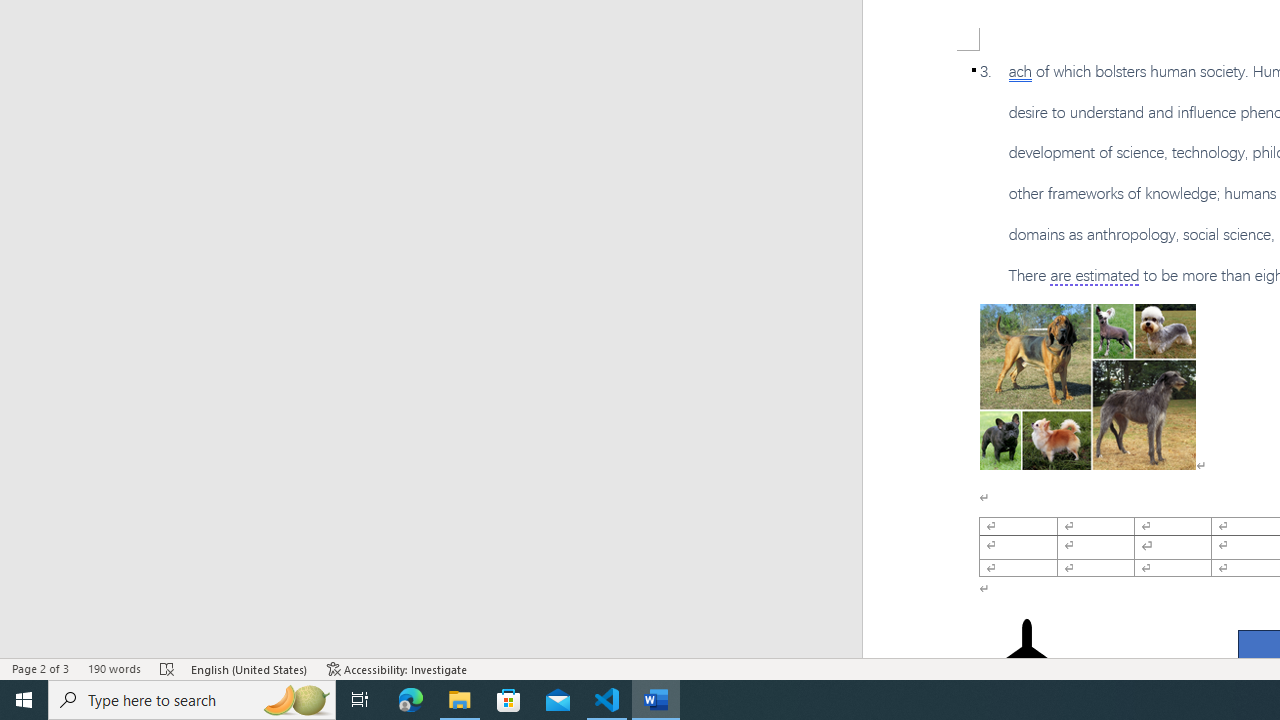 The height and width of the screenshot is (720, 1280). What do you see at coordinates (1087, 387) in the screenshot?
I see `'Morphological variation in six dogs'` at bounding box center [1087, 387].